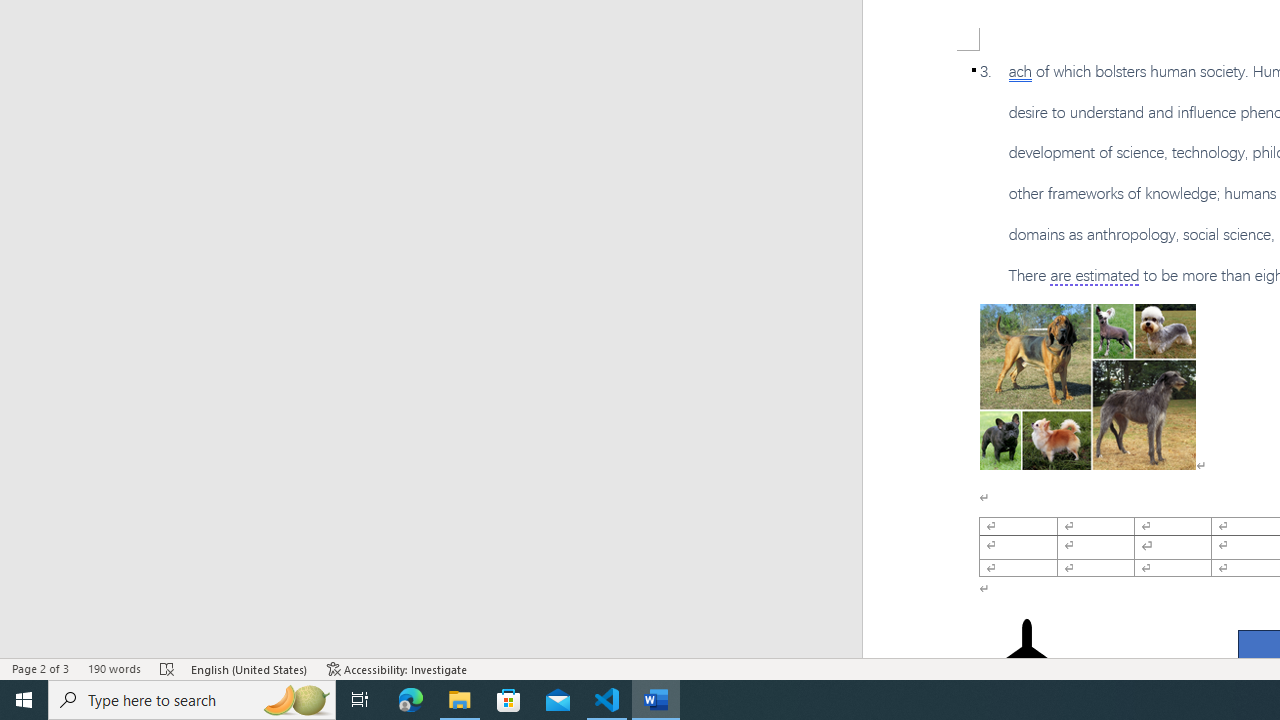 The height and width of the screenshot is (720, 1280). What do you see at coordinates (1087, 387) in the screenshot?
I see `'Morphological variation in six dogs'` at bounding box center [1087, 387].